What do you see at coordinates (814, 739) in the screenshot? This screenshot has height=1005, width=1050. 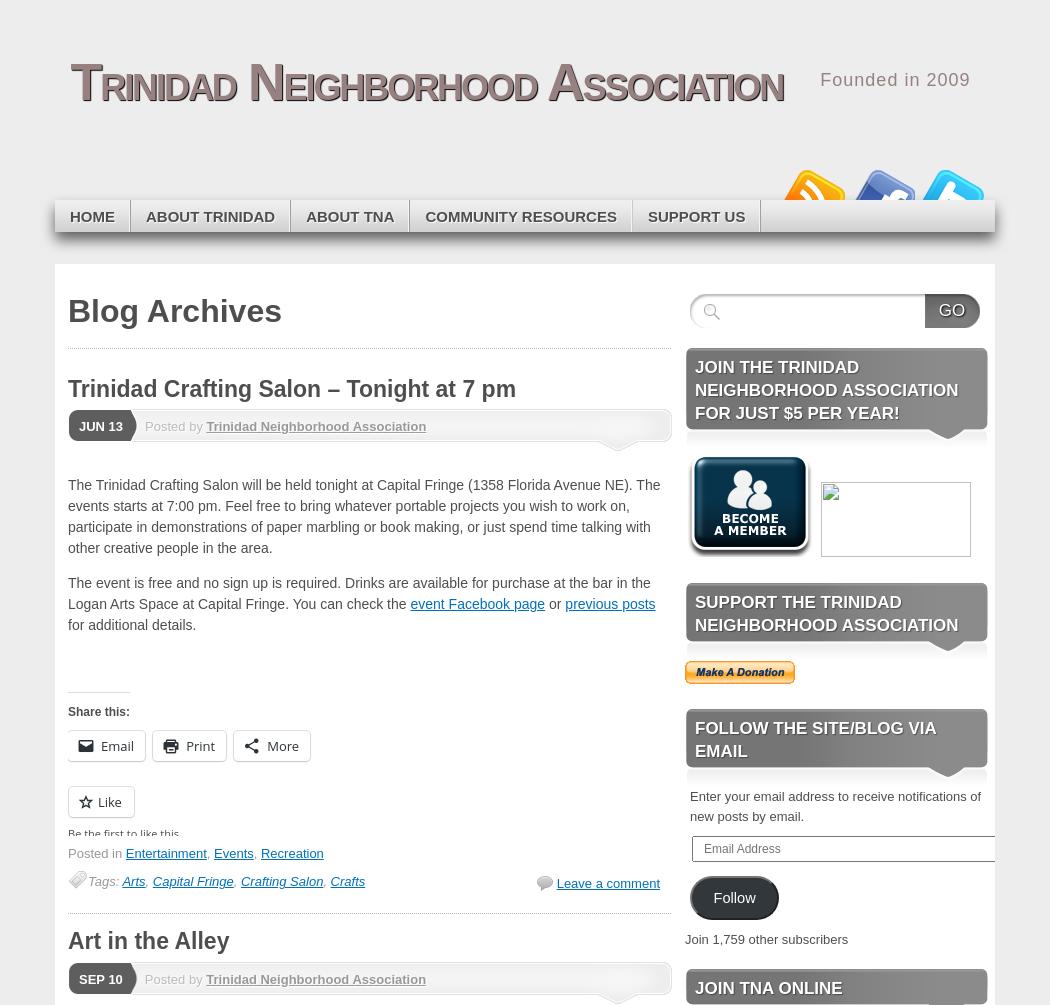 I see `'Follow the site/blog via email'` at bounding box center [814, 739].